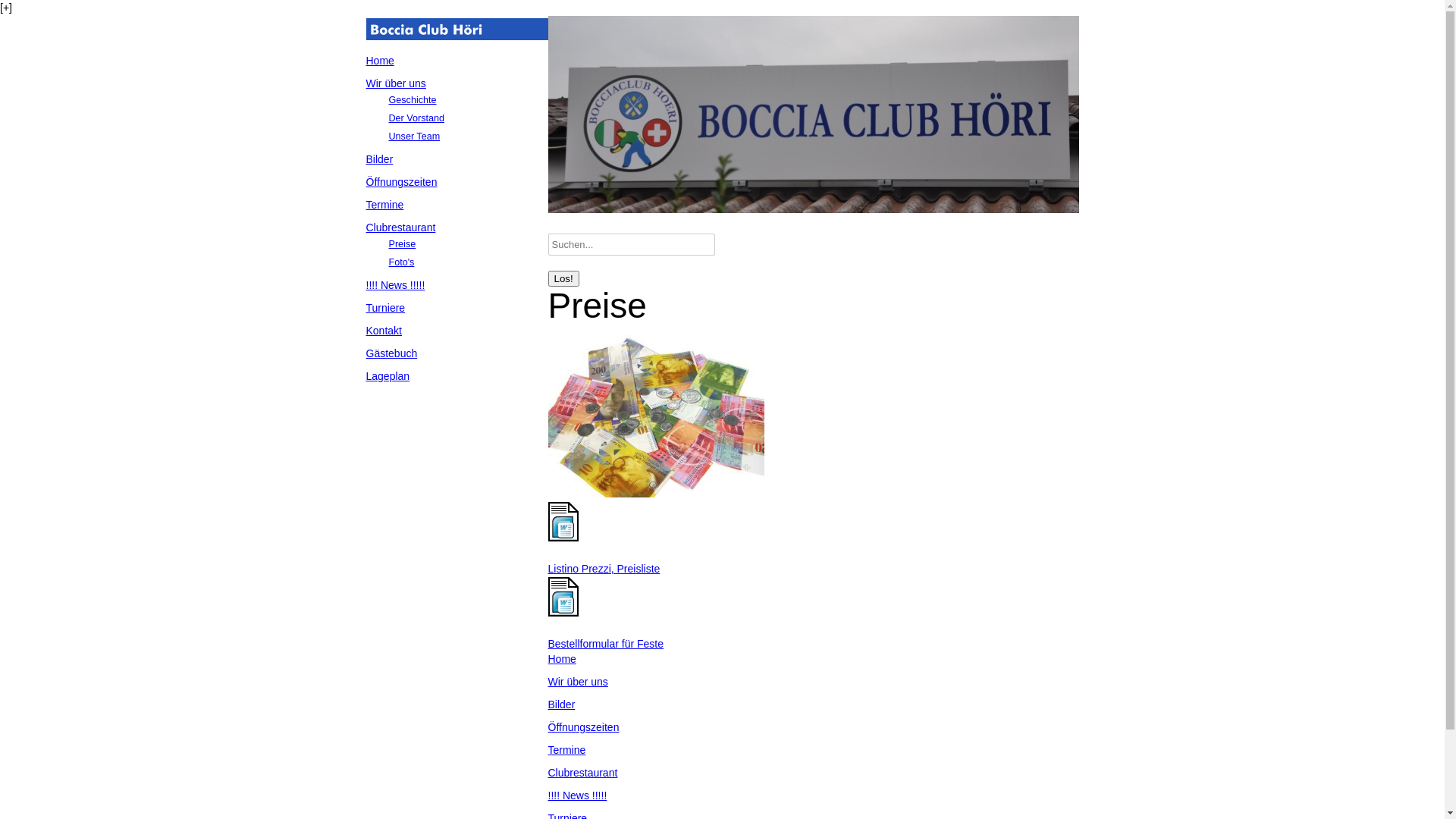 This screenshot has width=1456, height=819. I want to click on 'Der Vorstand', so click(388, 117).